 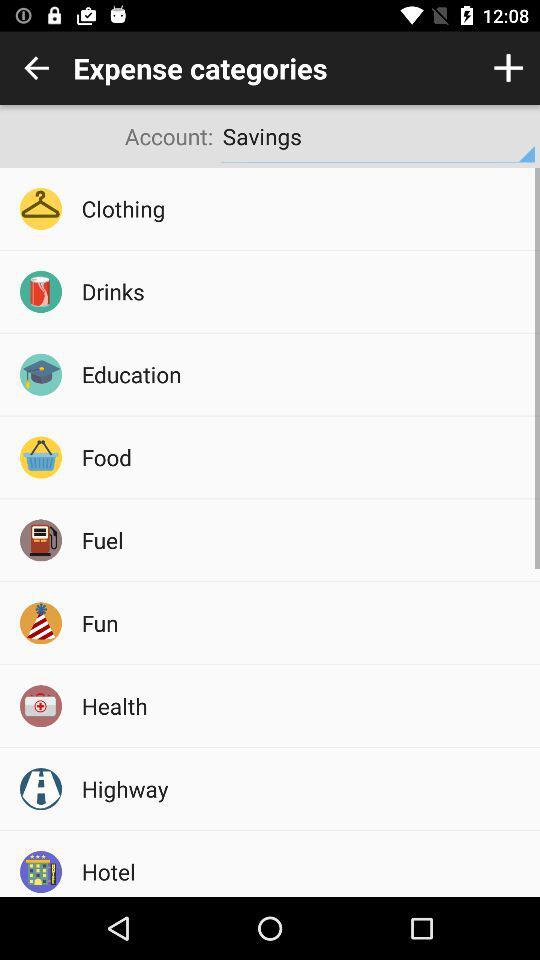 I want to click on the item below account: item, so click(x=303, y=208).